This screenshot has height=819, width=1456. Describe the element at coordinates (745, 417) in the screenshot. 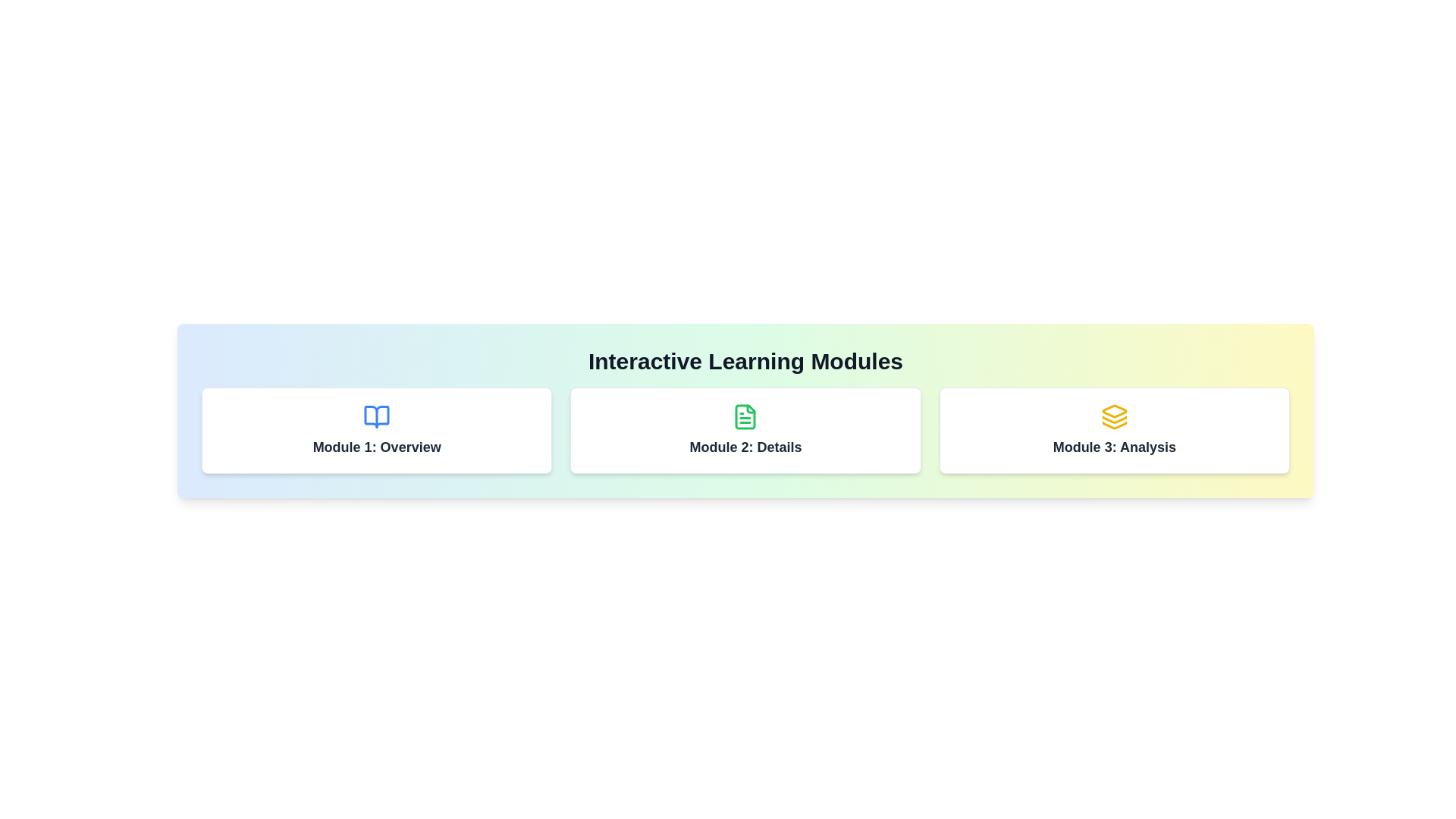

I see `the icon representing the topic of the 'Module 2: Details' card, located at the top center of the card beneath the header 'Interactive Learning Modules'` at that location.